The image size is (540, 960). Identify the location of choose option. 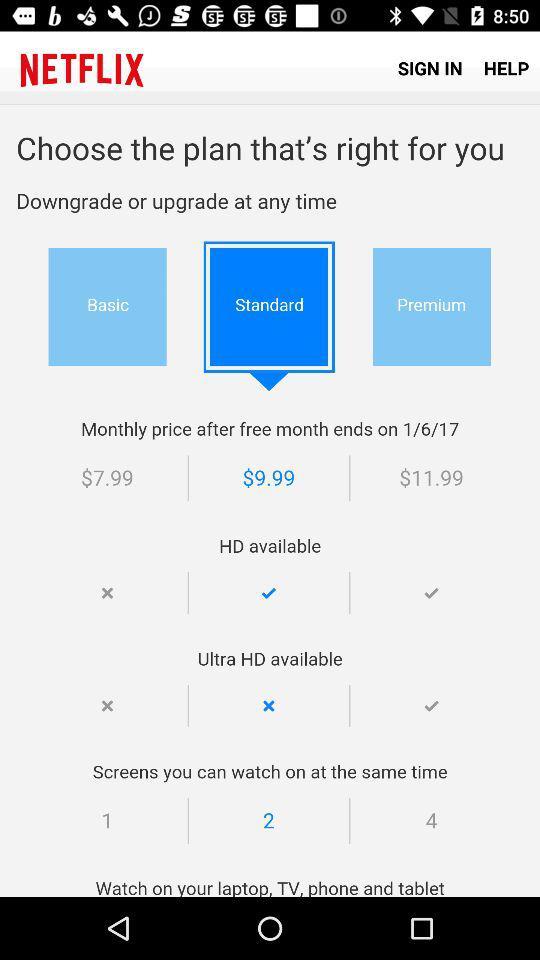
(270, 500).